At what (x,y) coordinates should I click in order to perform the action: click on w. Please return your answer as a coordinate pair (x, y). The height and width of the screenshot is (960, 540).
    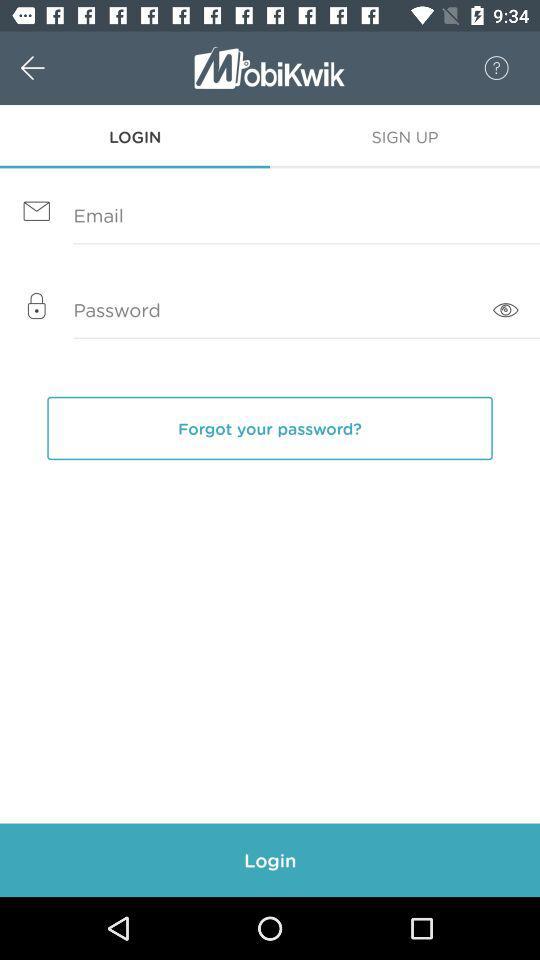
    Looking at the image, I should click on (54, 68).